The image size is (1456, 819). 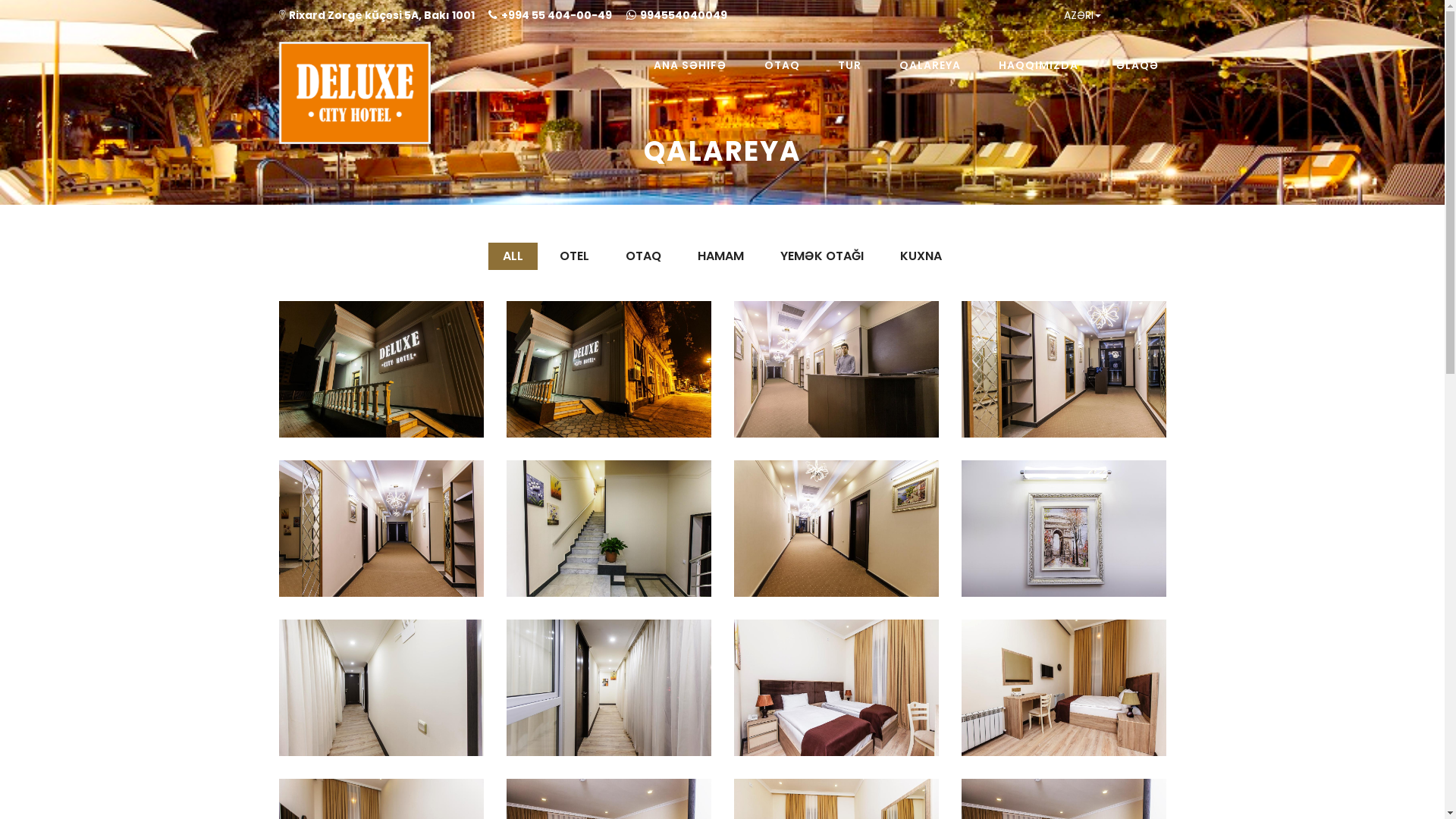 I want to click on 'Otel', so click(x=381, y=528).